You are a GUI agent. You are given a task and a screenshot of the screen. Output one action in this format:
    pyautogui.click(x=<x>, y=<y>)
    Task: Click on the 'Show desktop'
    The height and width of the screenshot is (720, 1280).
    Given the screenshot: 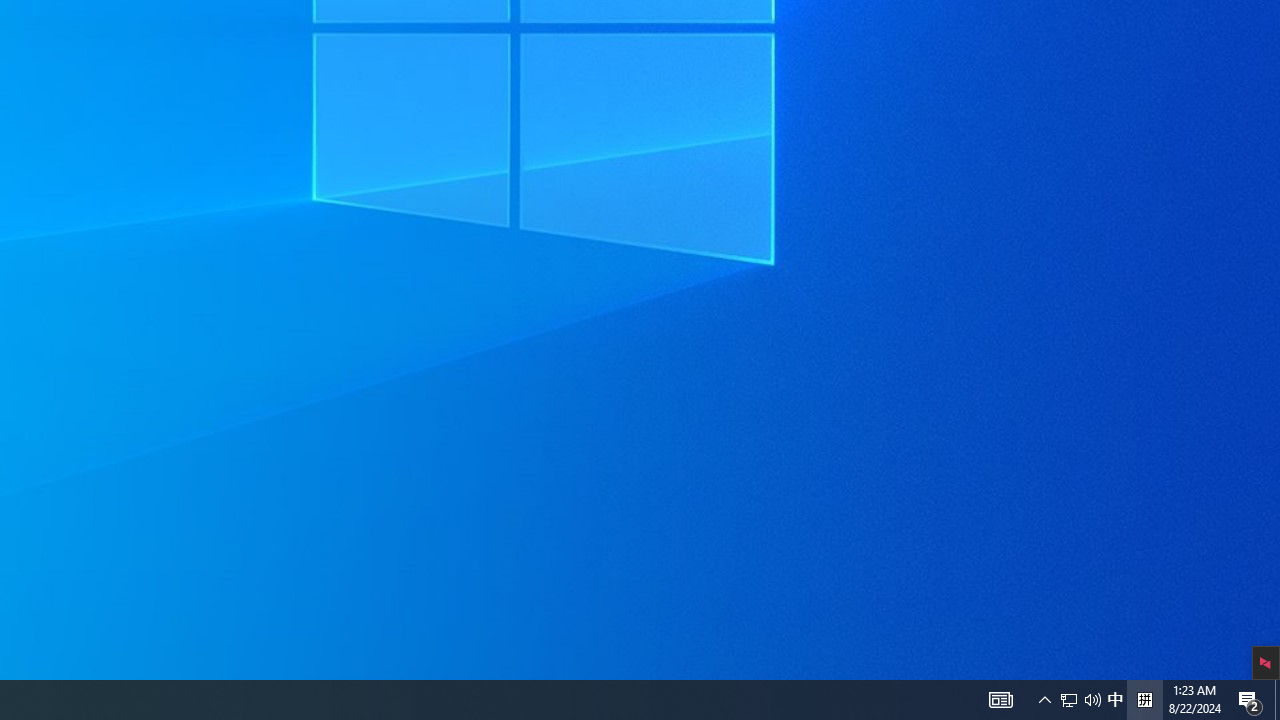 What is the action you would take?
    pyautogui.click(x=1250, y=698)
    